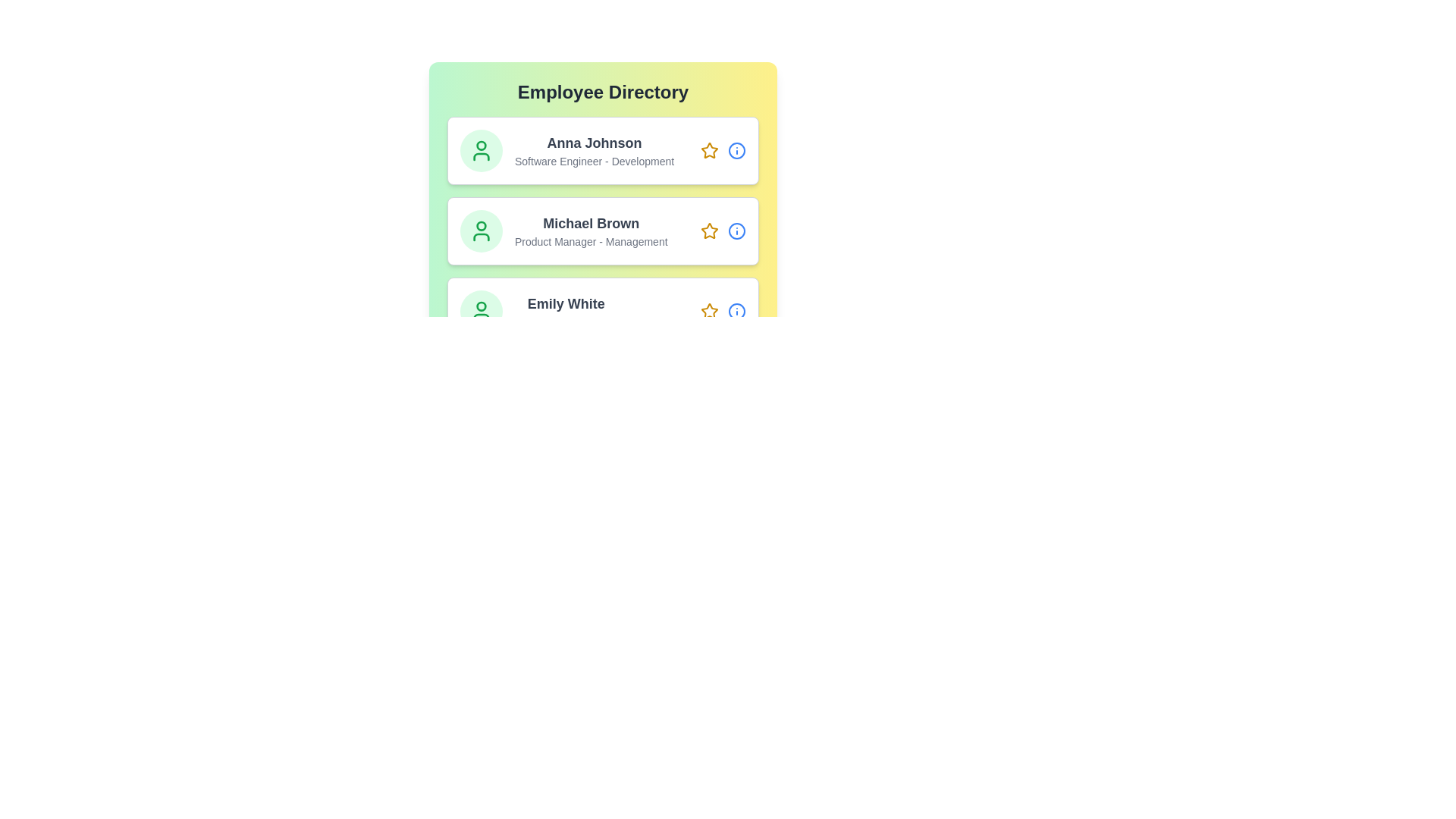  I want to click on information icon for the employee card of Michael Brown, so click(736, 231).